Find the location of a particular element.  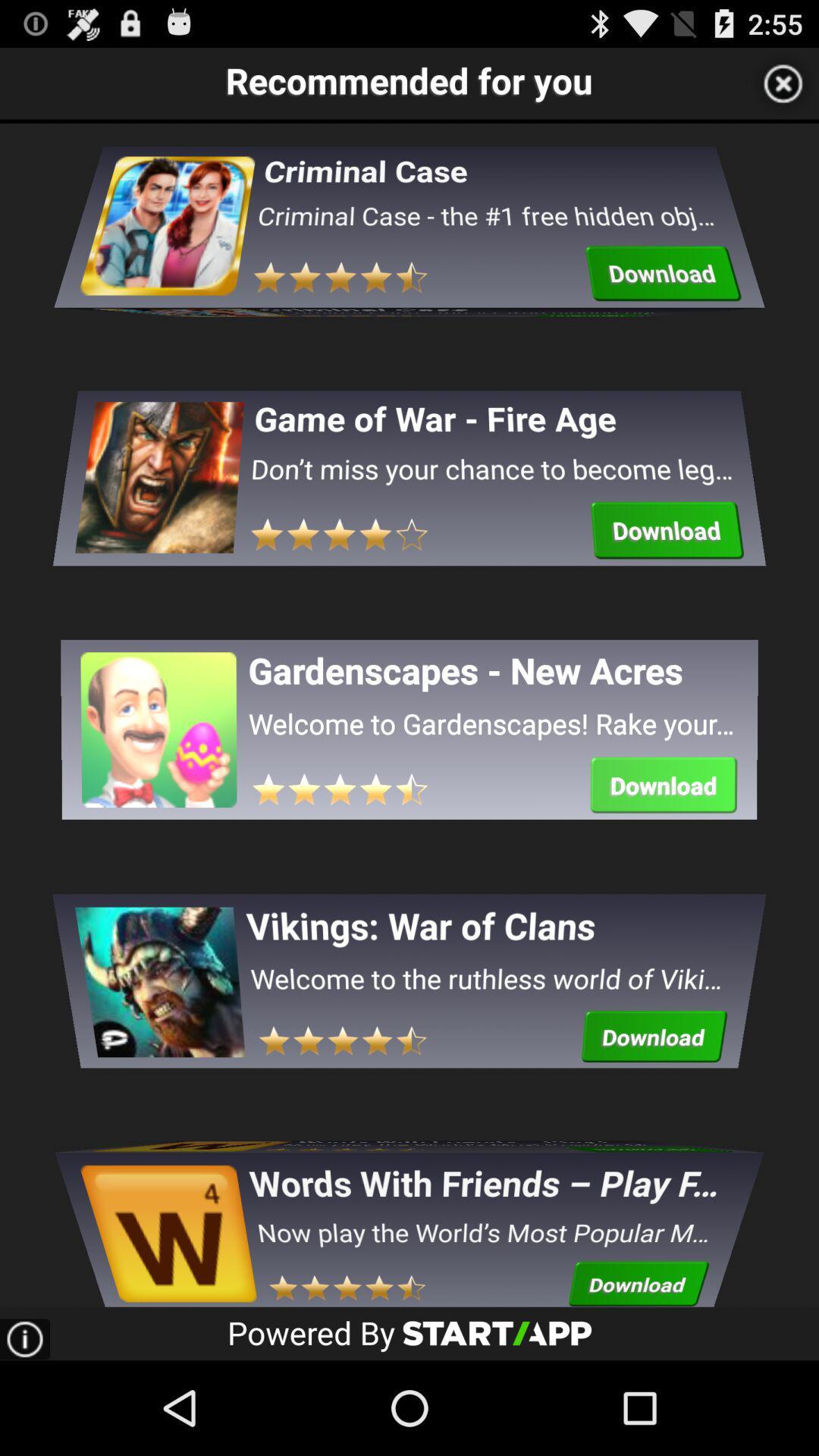

the close icon is located at coordinates (783, 89).